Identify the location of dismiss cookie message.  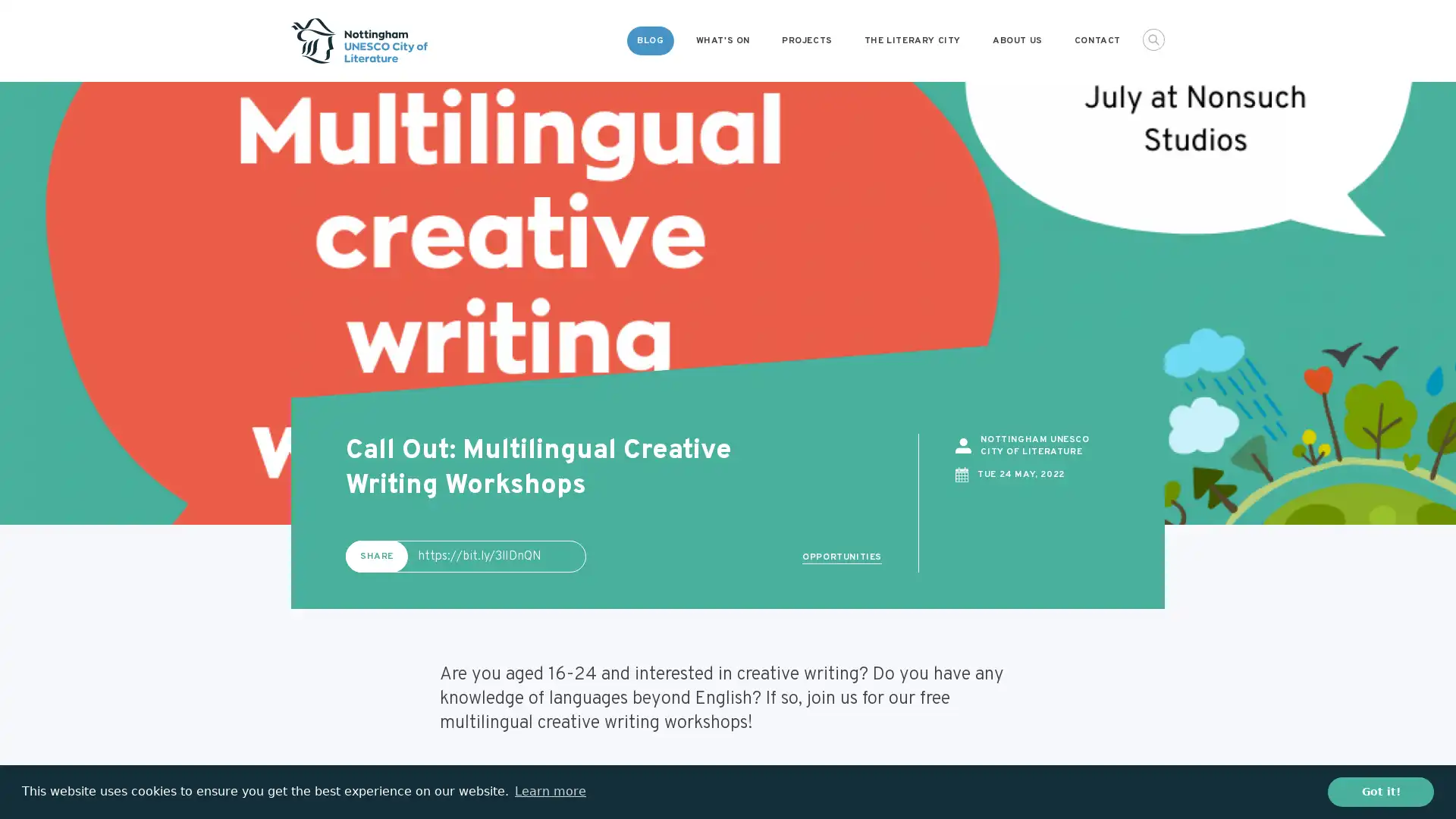
(1380, 791).